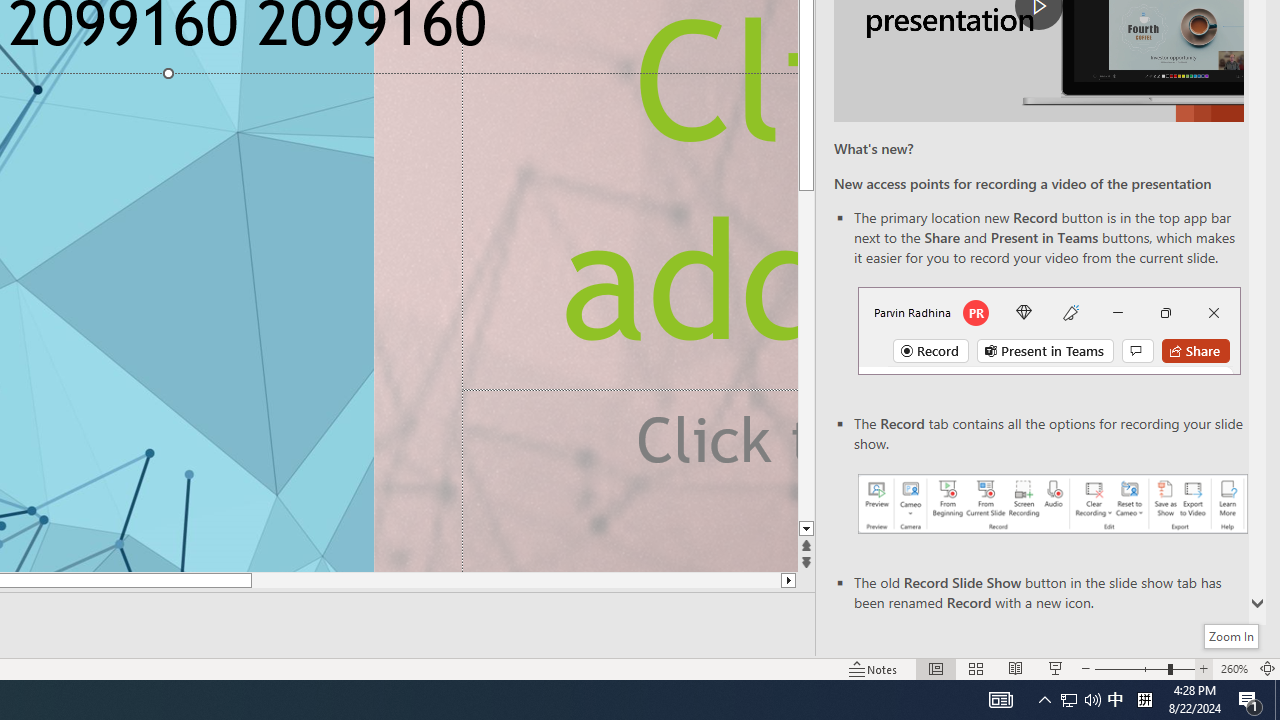 This screenshot has height=720, width=1280. I want to click on 'Slide Sorter', so click(976, 669).